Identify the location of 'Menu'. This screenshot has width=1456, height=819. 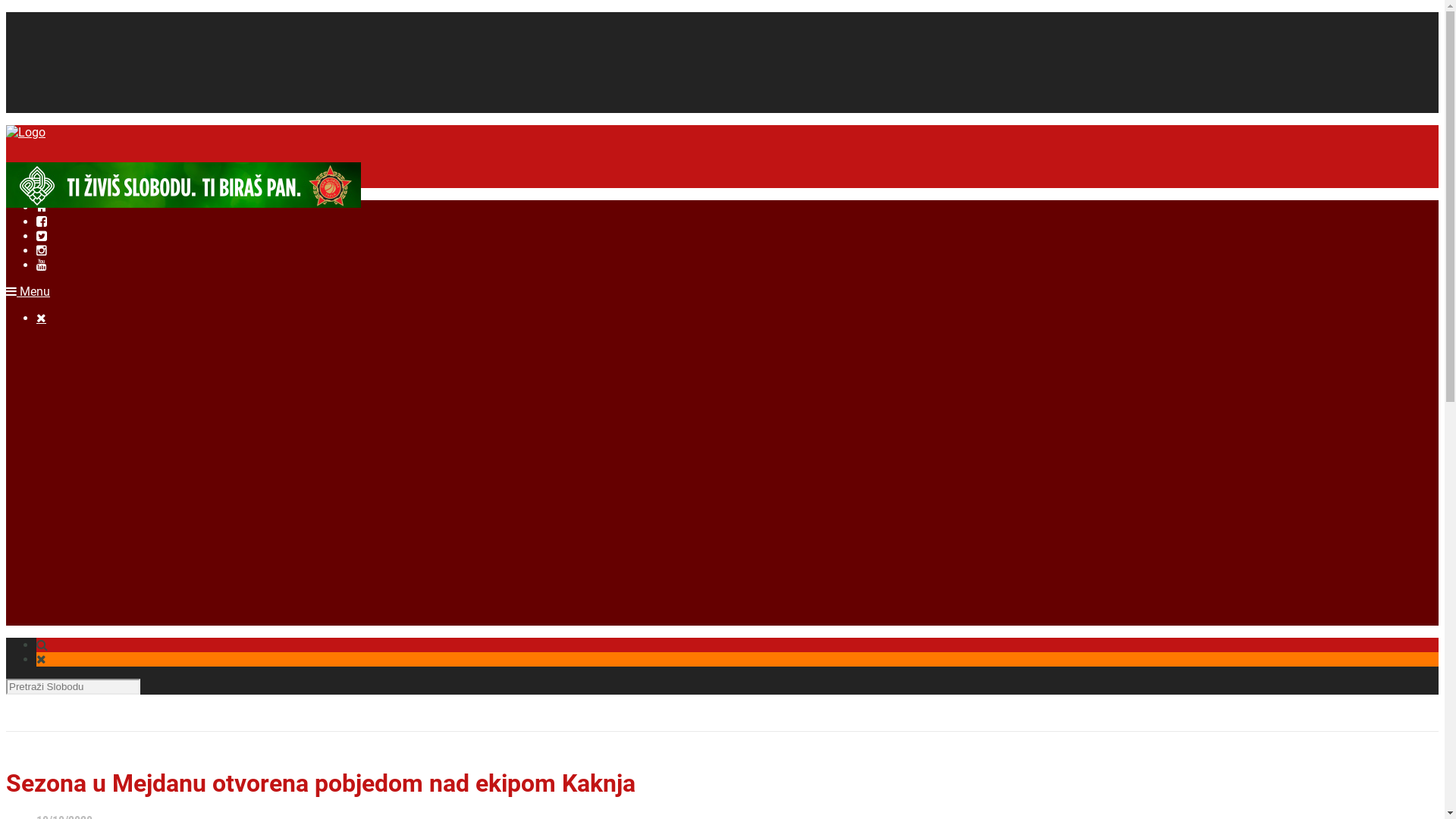
(28, 291).